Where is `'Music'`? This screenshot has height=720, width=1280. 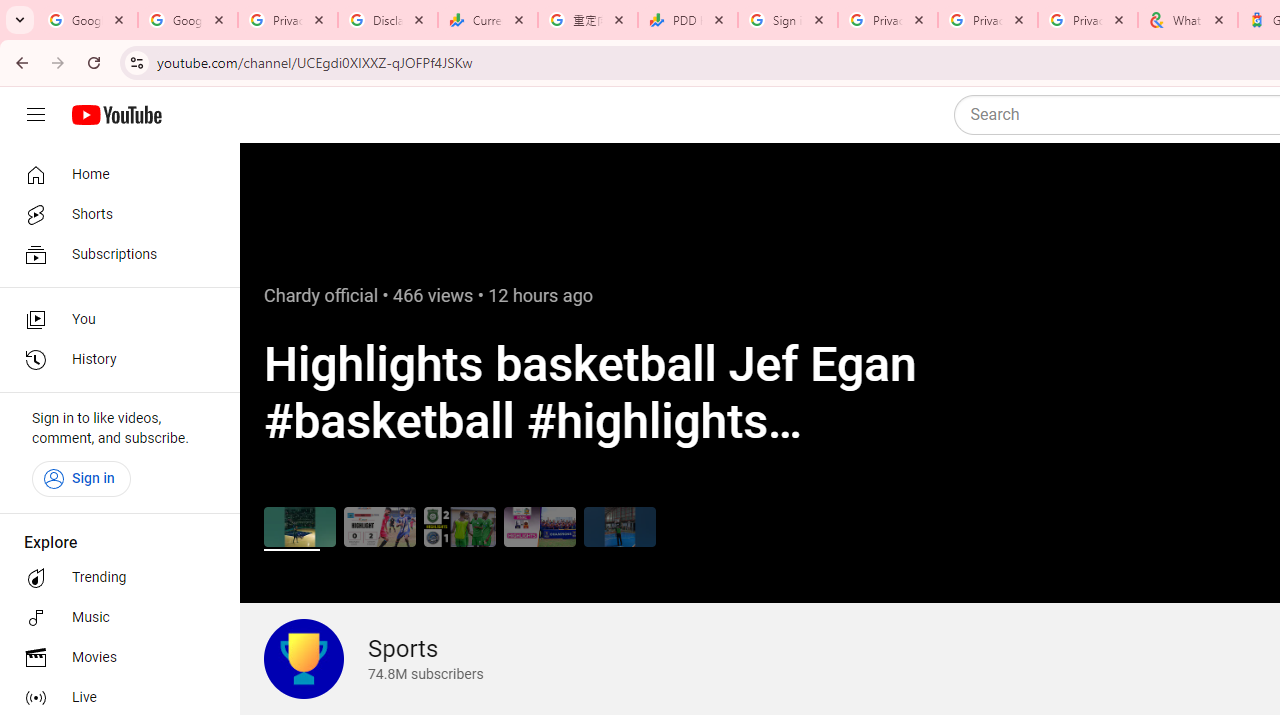
'Music' is located at coordinates (112, 617).